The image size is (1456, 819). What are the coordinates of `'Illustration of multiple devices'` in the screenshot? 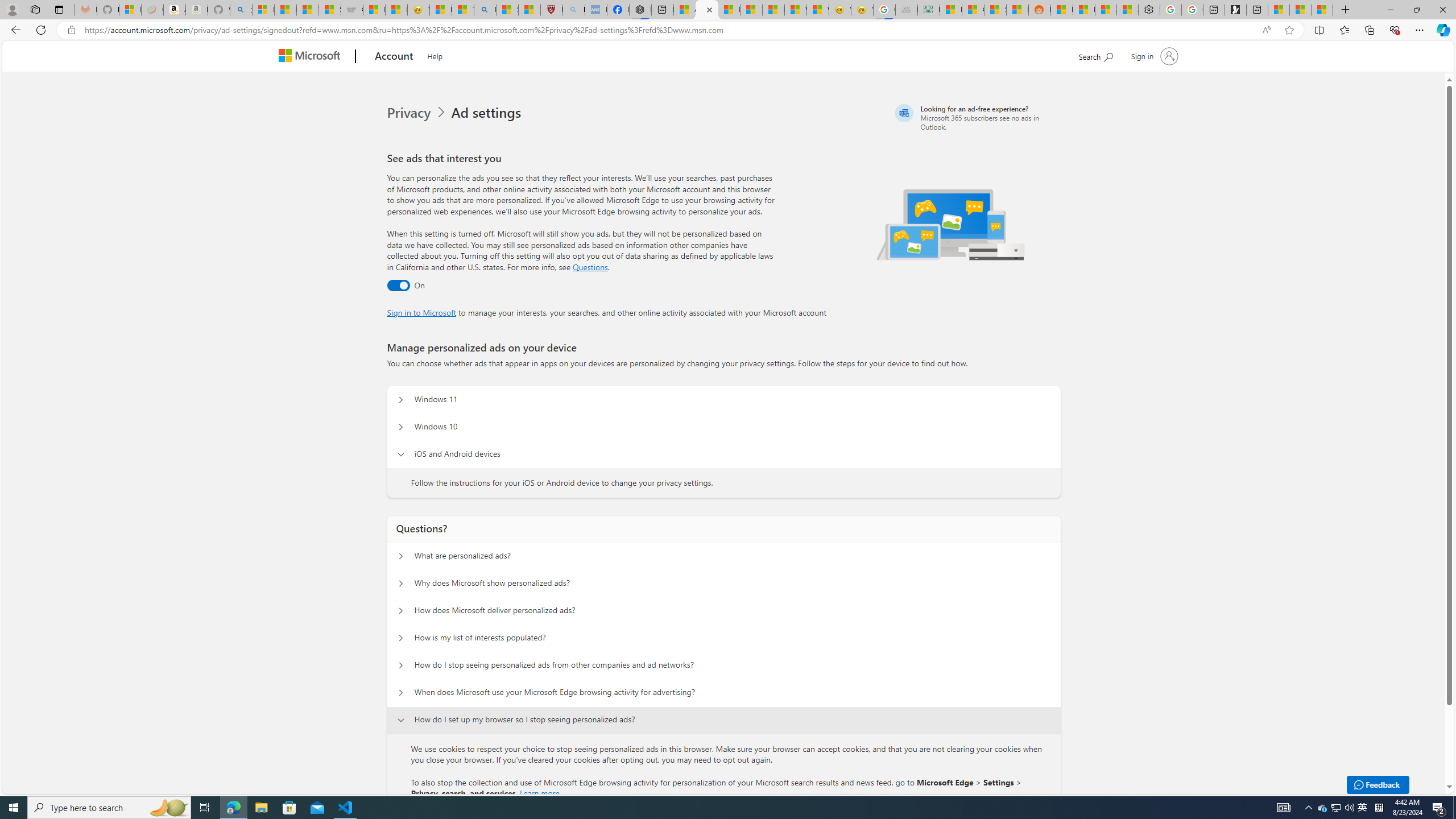 It's located at (950, 224).